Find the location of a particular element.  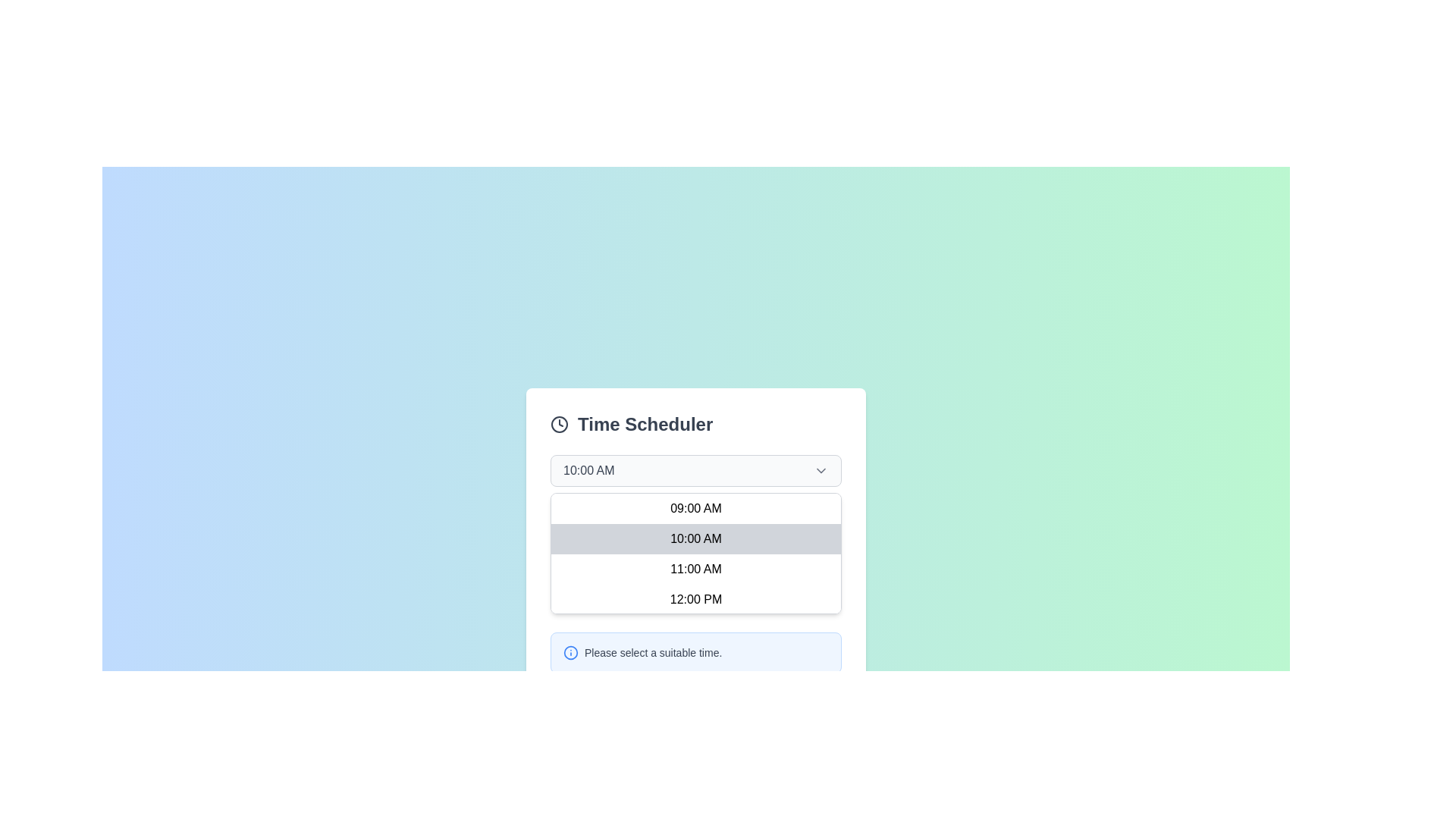

the icon located at the extreme right side of the text field labeled '10:00 AM' in the 'Time Scheduler' interface is located at coordinates (821, 470).